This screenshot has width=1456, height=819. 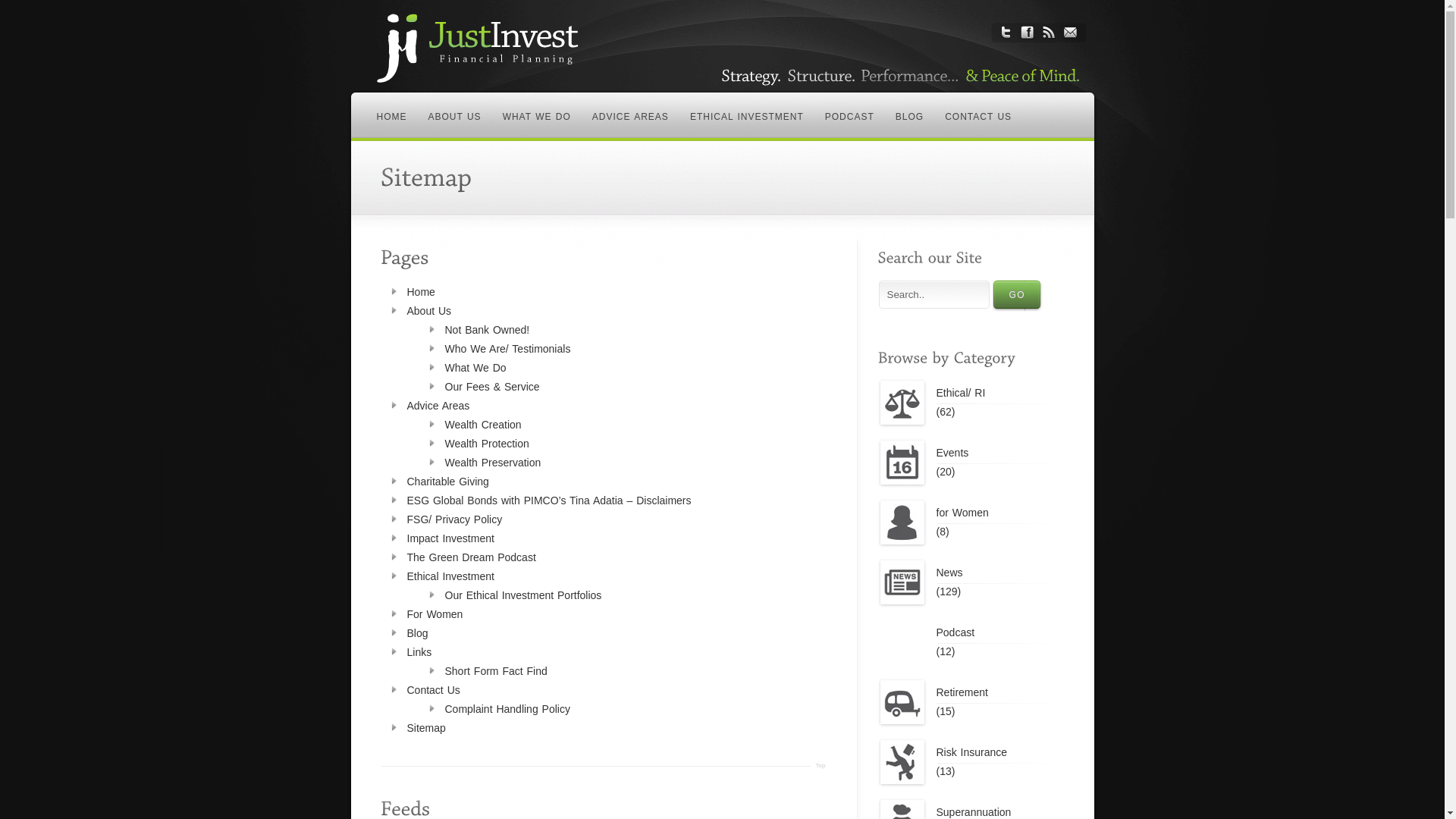 What do you see at coordinates (993, 452) in the screenshot?
I see `'Events'` at bounding box center [993, 452].